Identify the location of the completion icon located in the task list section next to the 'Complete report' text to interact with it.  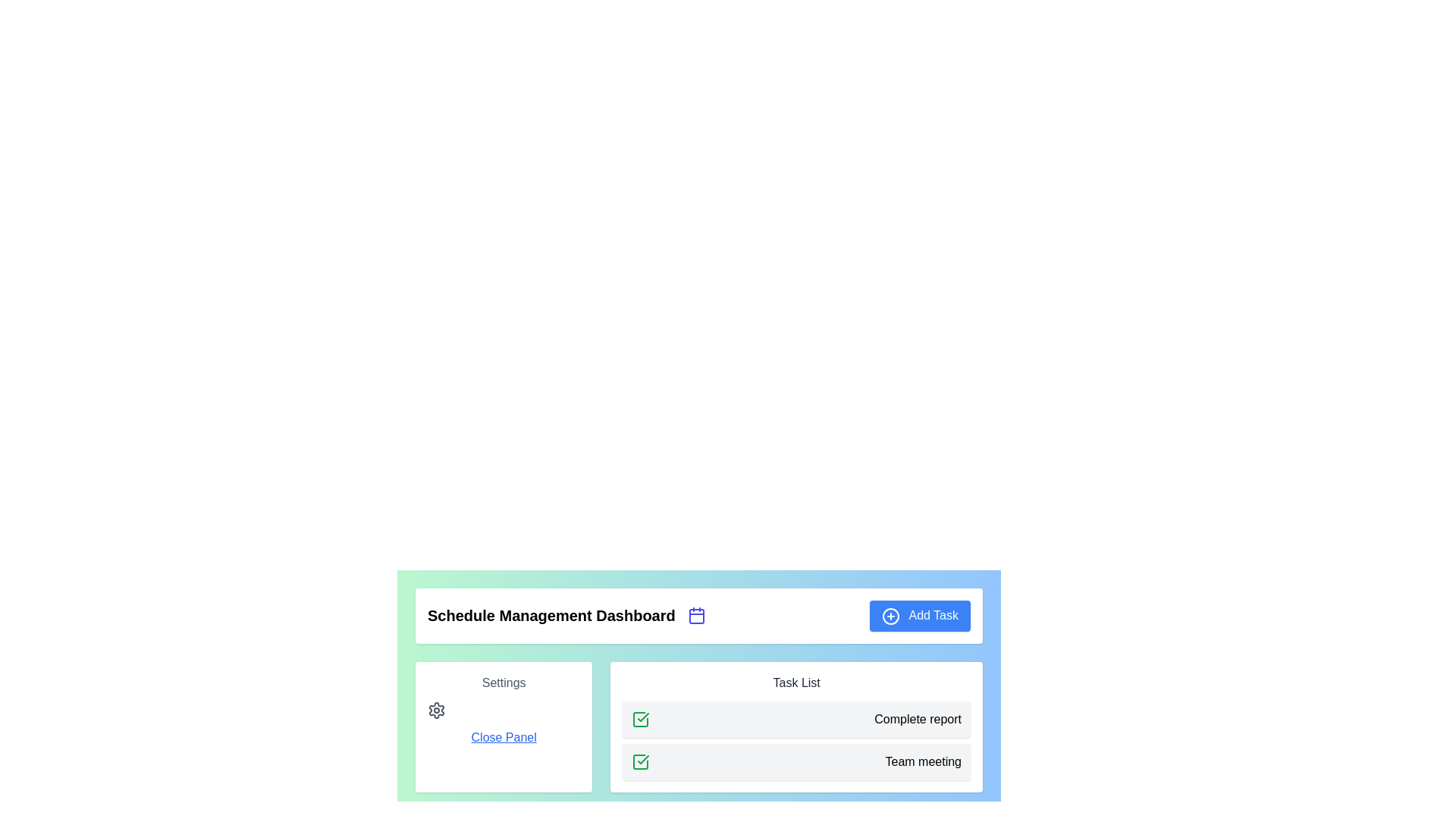
(643, 759).